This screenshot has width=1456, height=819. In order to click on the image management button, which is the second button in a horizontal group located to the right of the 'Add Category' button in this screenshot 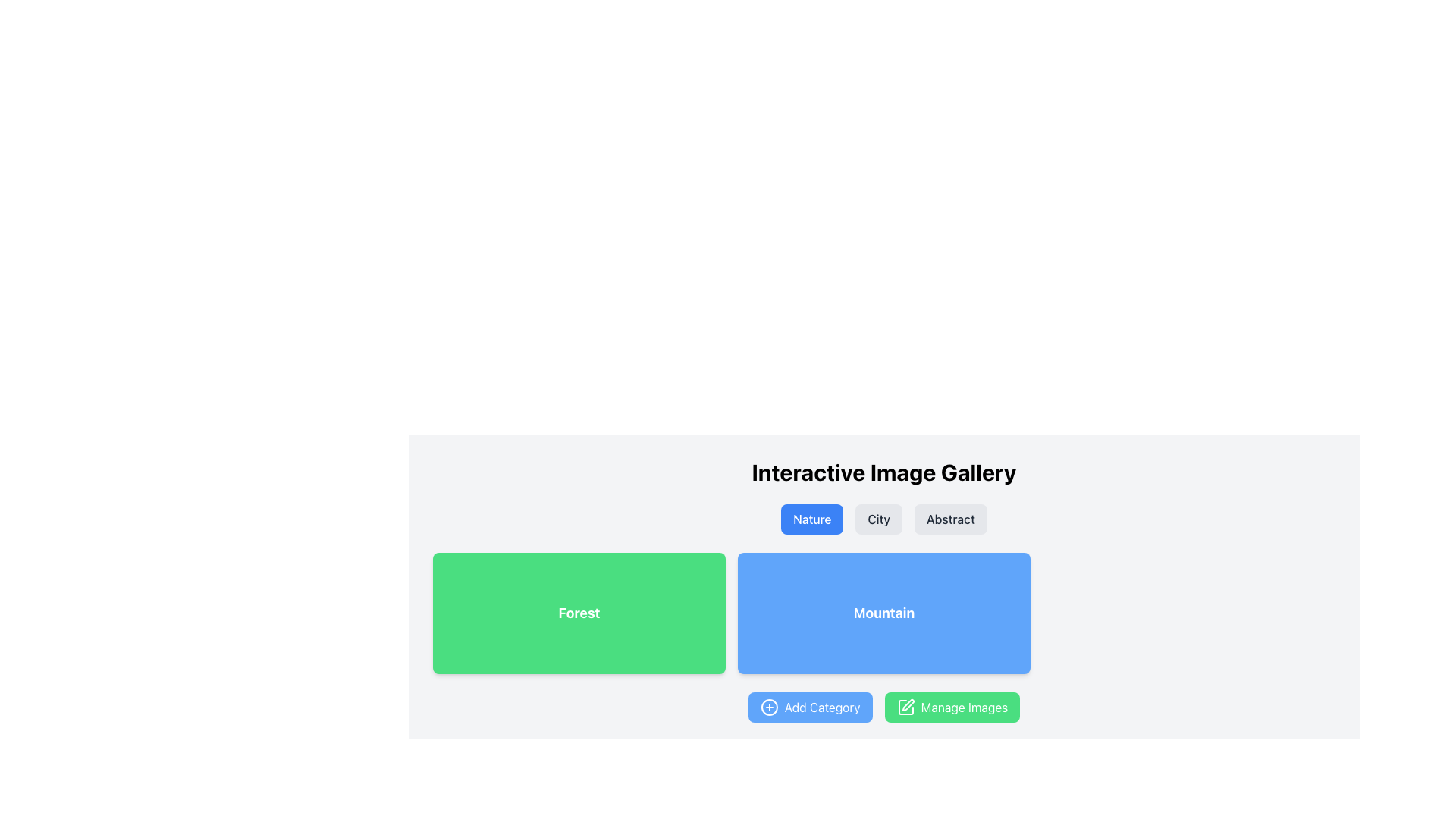, I will do `click(951, 708)`.